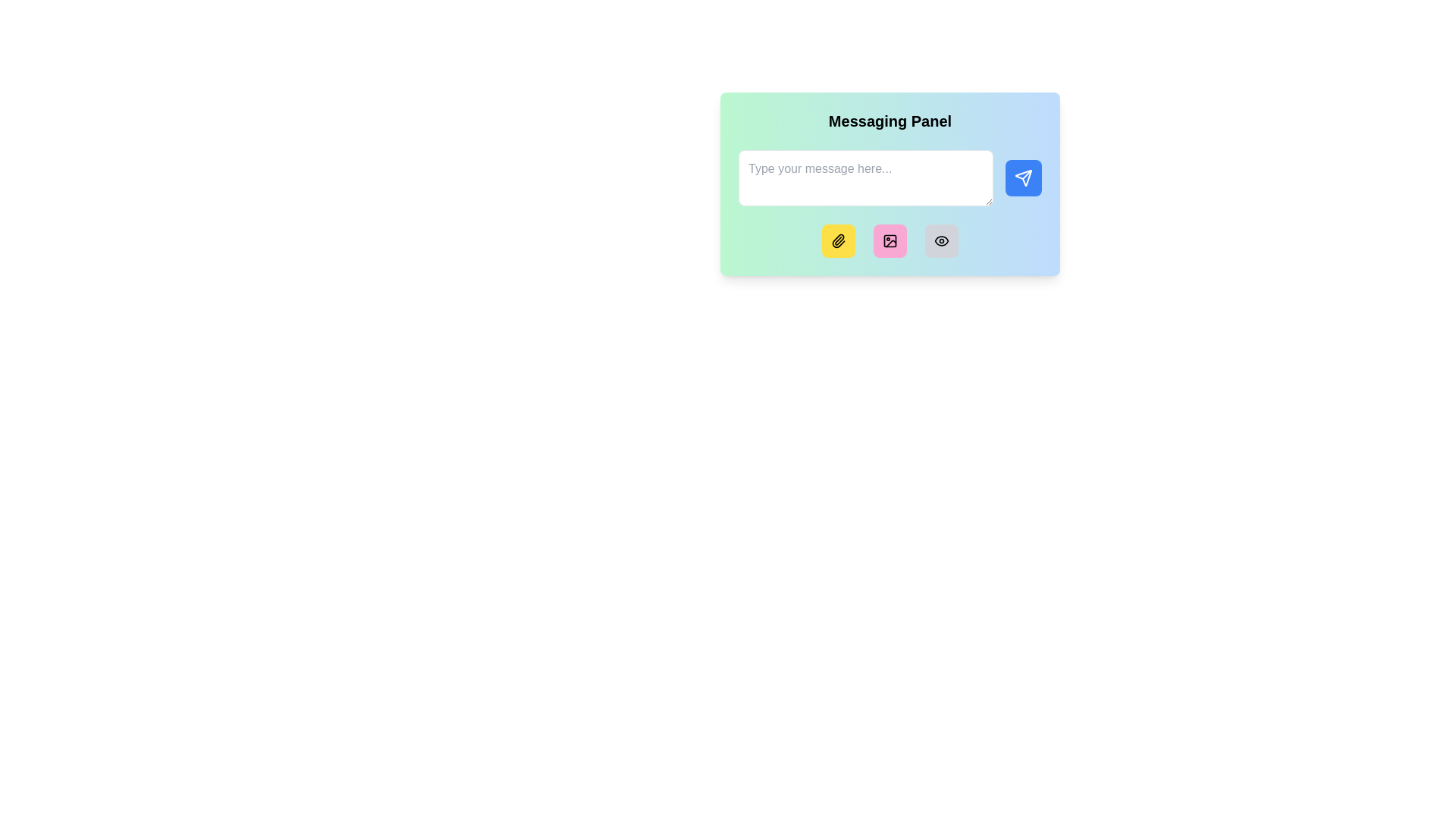 The height and width of the screenshot is (819, 1456). I want to click on the 'Send' button icon located in the top-right region of the 'Messaging Panel', which has a blue circular background with a white symbol, so click(1023, 177).